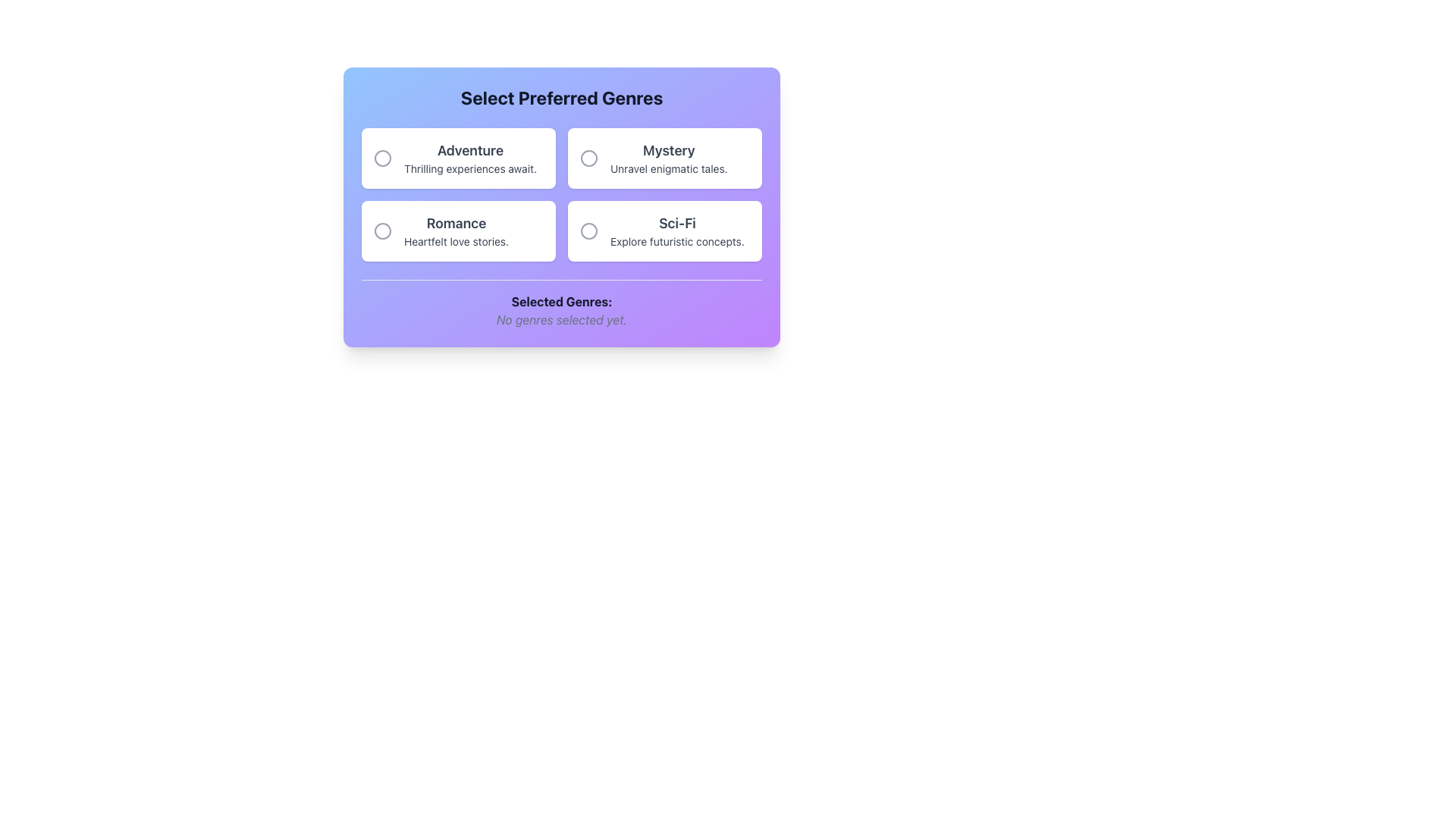  Describe the element at coordinates (382, 158) in the screenshot. I see `the Decorative Icon with a gray border, located adjacent to the left of the text 'Adventure'` at that location.